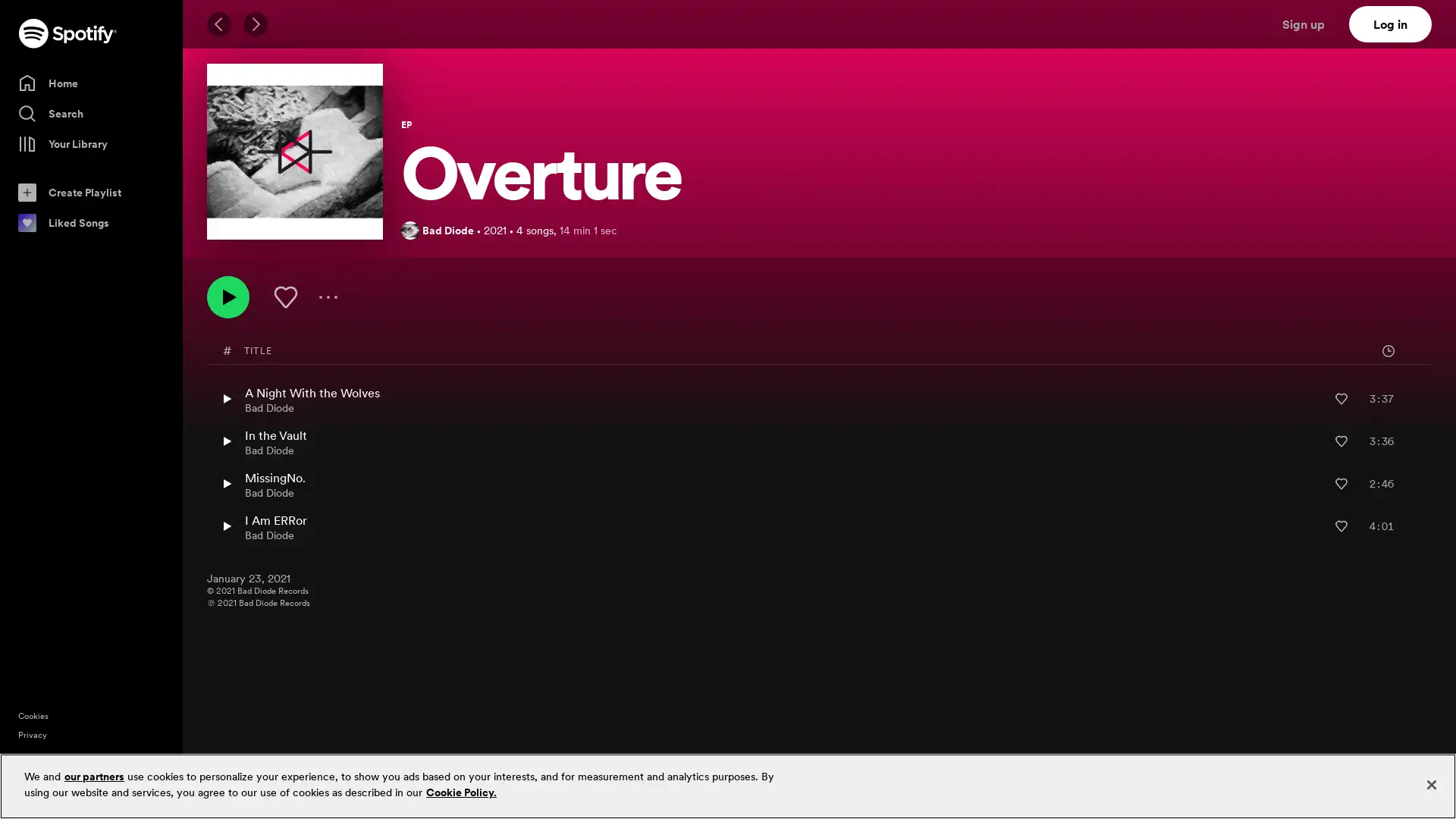 The width and height of the screenshot is (1456, 819). I want to click on Play, so click(227, 297).